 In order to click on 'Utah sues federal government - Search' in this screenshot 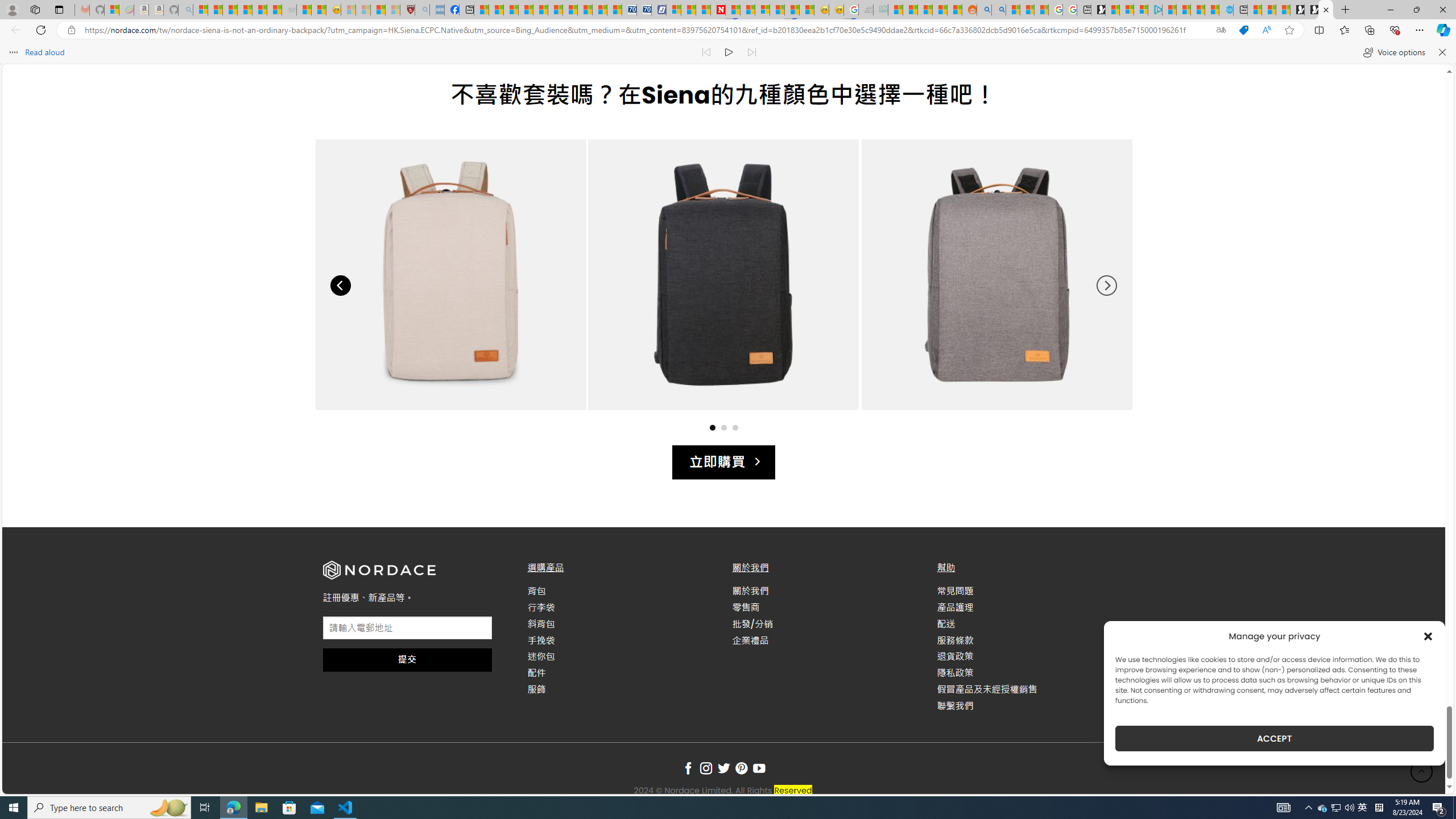, I will do `click(999, 9)`.